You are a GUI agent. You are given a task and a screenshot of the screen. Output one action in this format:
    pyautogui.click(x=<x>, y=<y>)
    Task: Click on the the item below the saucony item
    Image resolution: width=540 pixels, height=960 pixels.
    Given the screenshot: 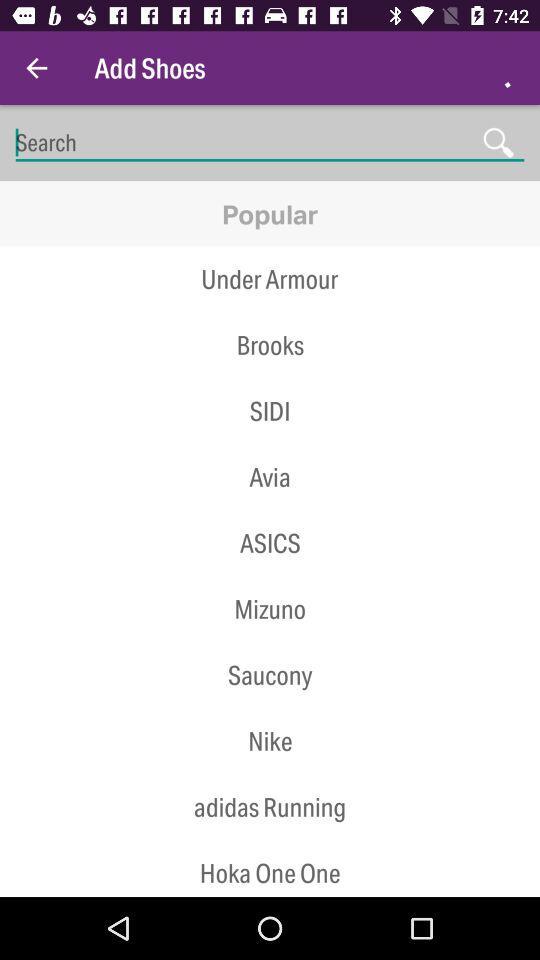 What is the action you would take?
    pyautogui.click(x=270, y=740)
    